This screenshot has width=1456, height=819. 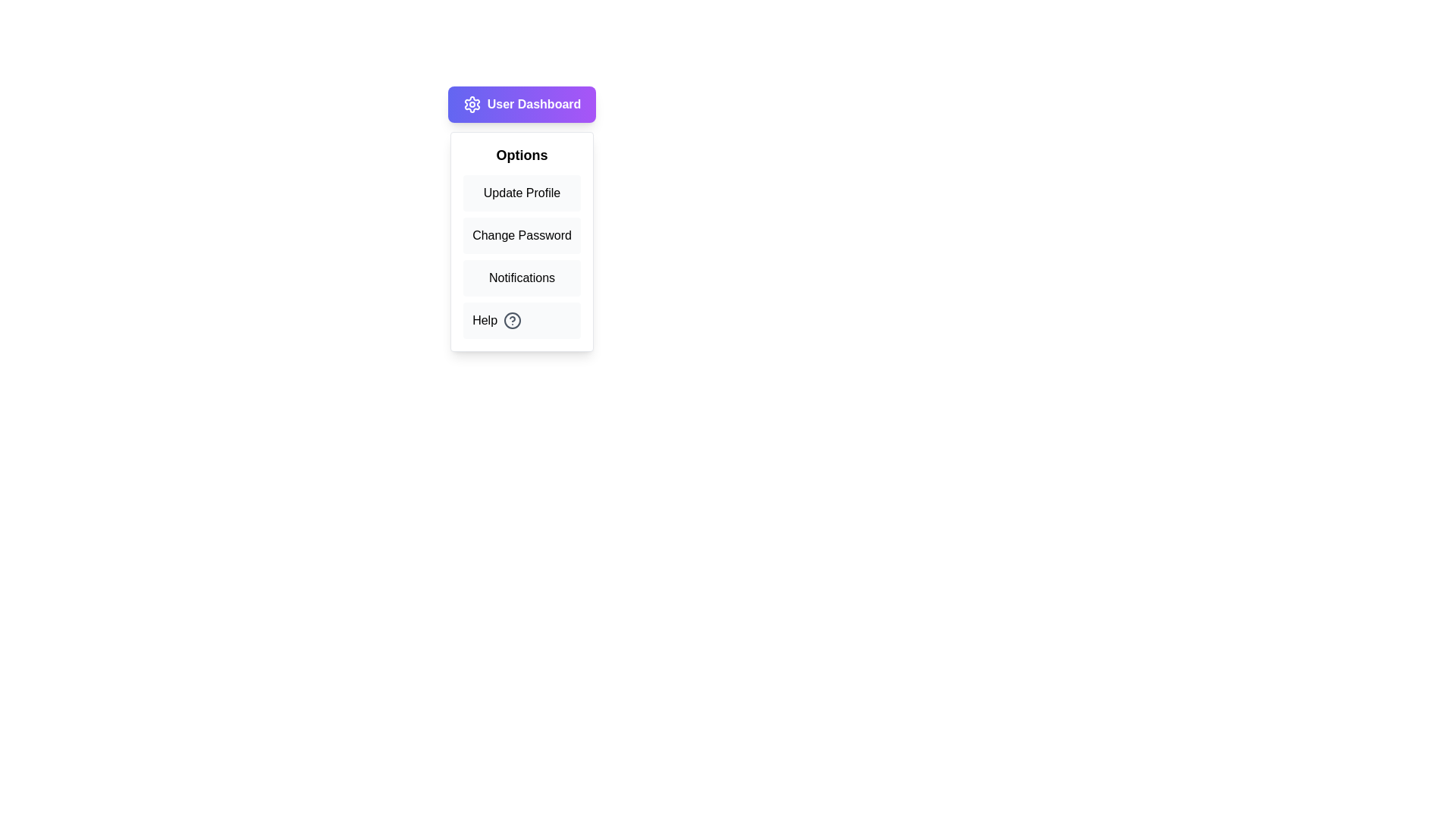 What do you see at coordinates (522, 278) in the screenshot?
I see `the menu item labeled 'Notifications' to visually highlight it` at bounding box center [522, 278].